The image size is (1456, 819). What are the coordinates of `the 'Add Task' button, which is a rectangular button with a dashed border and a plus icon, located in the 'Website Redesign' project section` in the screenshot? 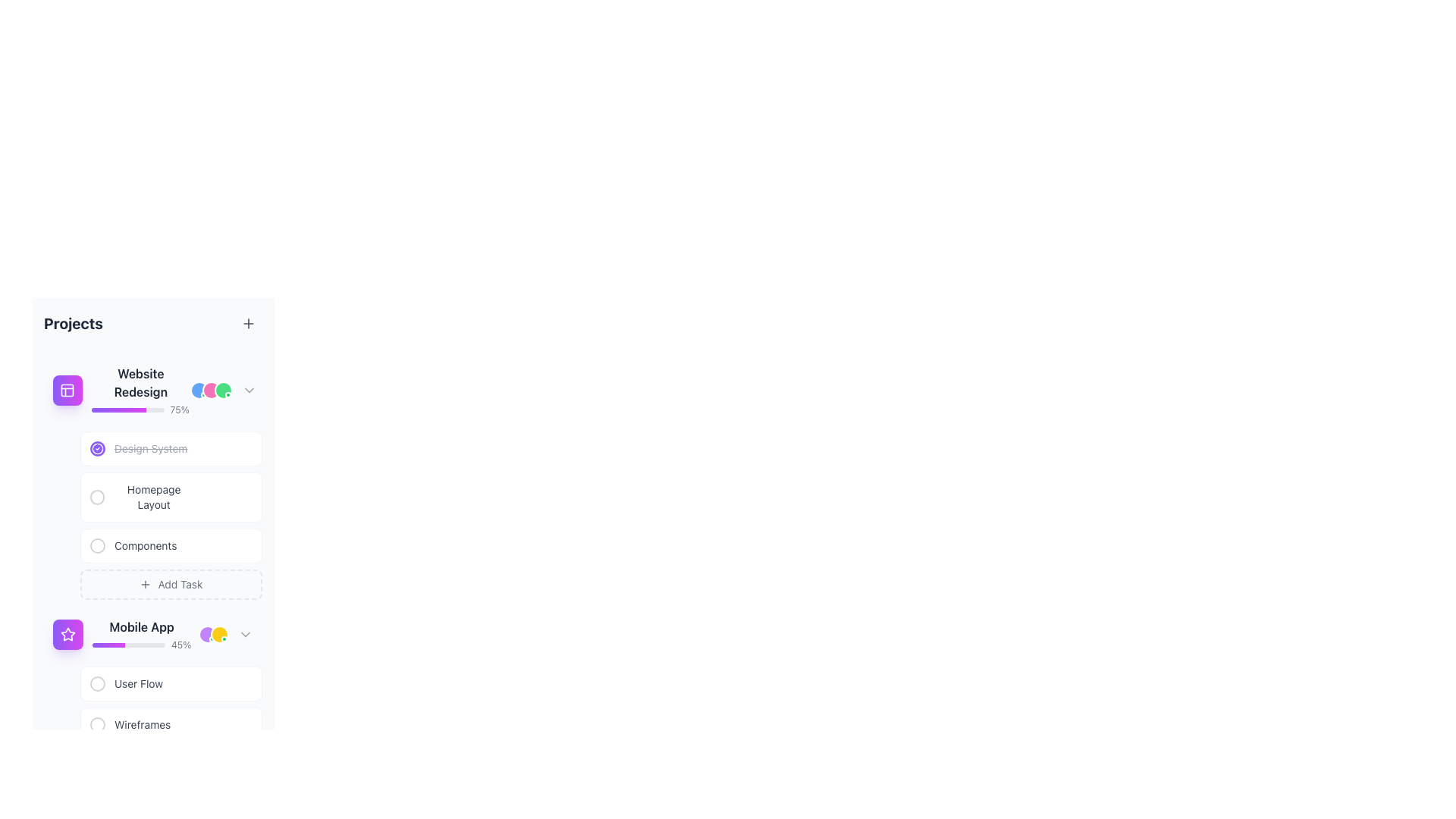 It's located at (171, 584).